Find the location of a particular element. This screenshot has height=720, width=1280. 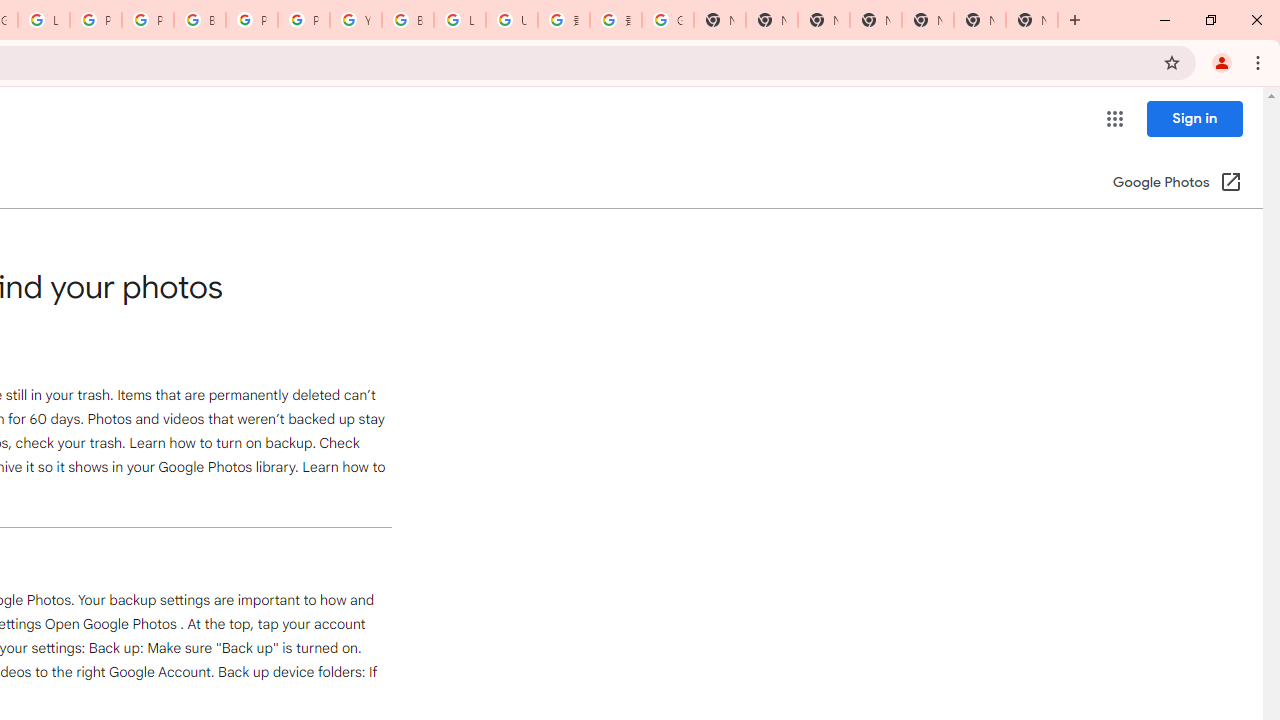

'Privacy Help Center - Policies Help' is located at coordinates (146, 20).